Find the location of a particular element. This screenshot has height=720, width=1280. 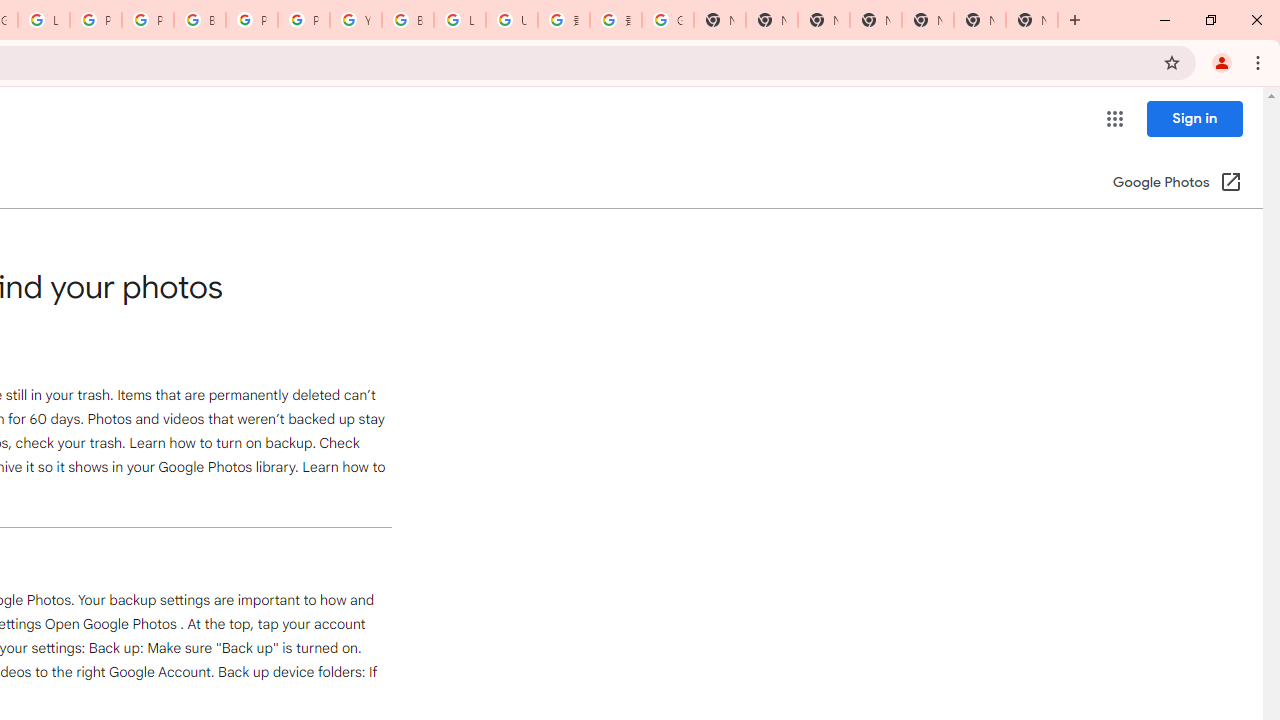

'Privacy Help Center - Policies Help' is located at coordinates (146, 20).